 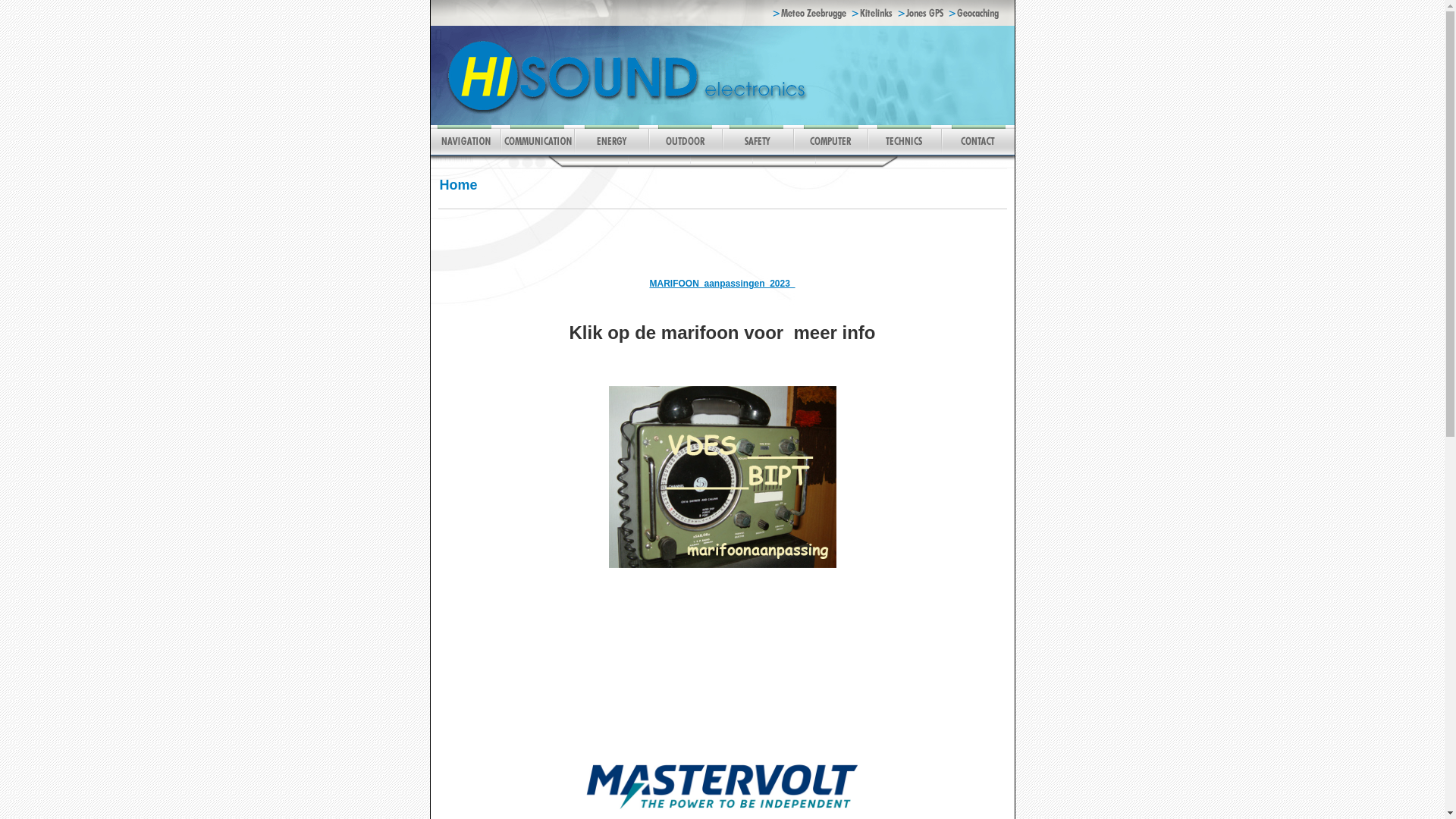 I want to click on 'Technics', so click(x=904, y=152).